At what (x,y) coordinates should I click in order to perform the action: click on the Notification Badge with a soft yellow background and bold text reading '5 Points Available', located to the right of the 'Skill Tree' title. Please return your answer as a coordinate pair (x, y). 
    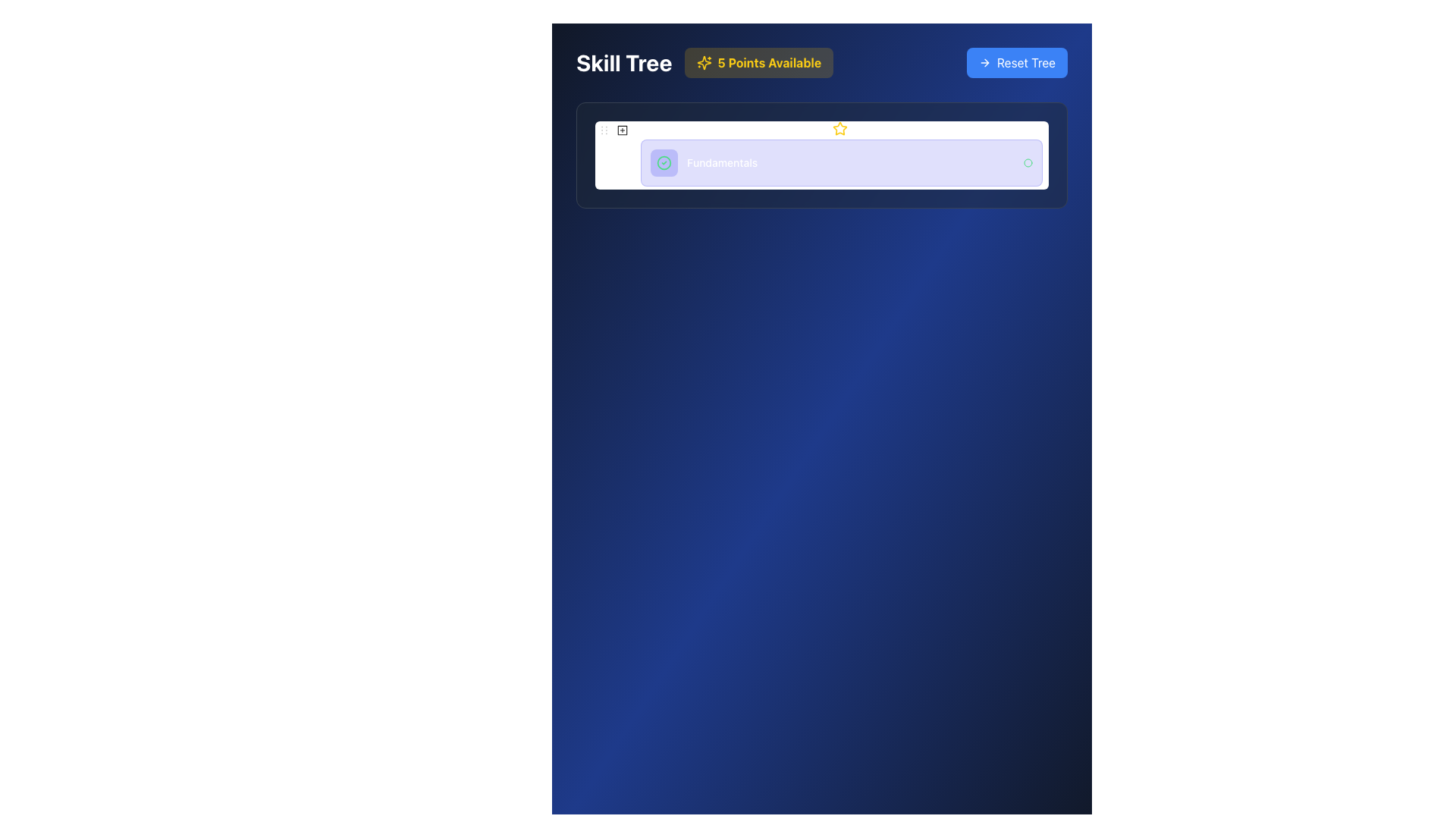
    Looking at the image, I should click on (758, 62).